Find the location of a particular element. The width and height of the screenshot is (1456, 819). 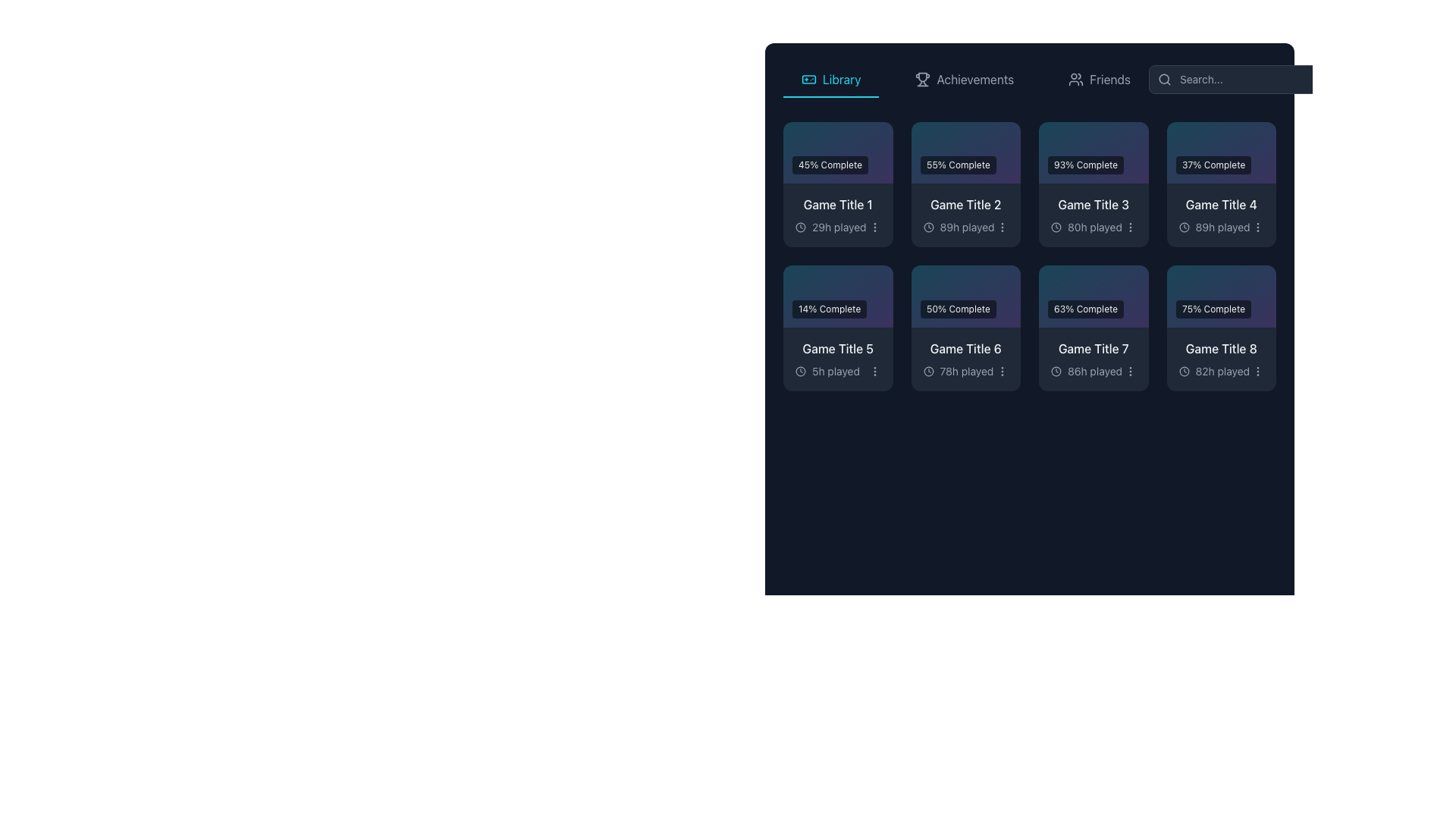

the card labeled 'Game Title 5' that contains the text '5h played' with a clock icon, located at the lower left of the card is located at coordinates (827, 371).